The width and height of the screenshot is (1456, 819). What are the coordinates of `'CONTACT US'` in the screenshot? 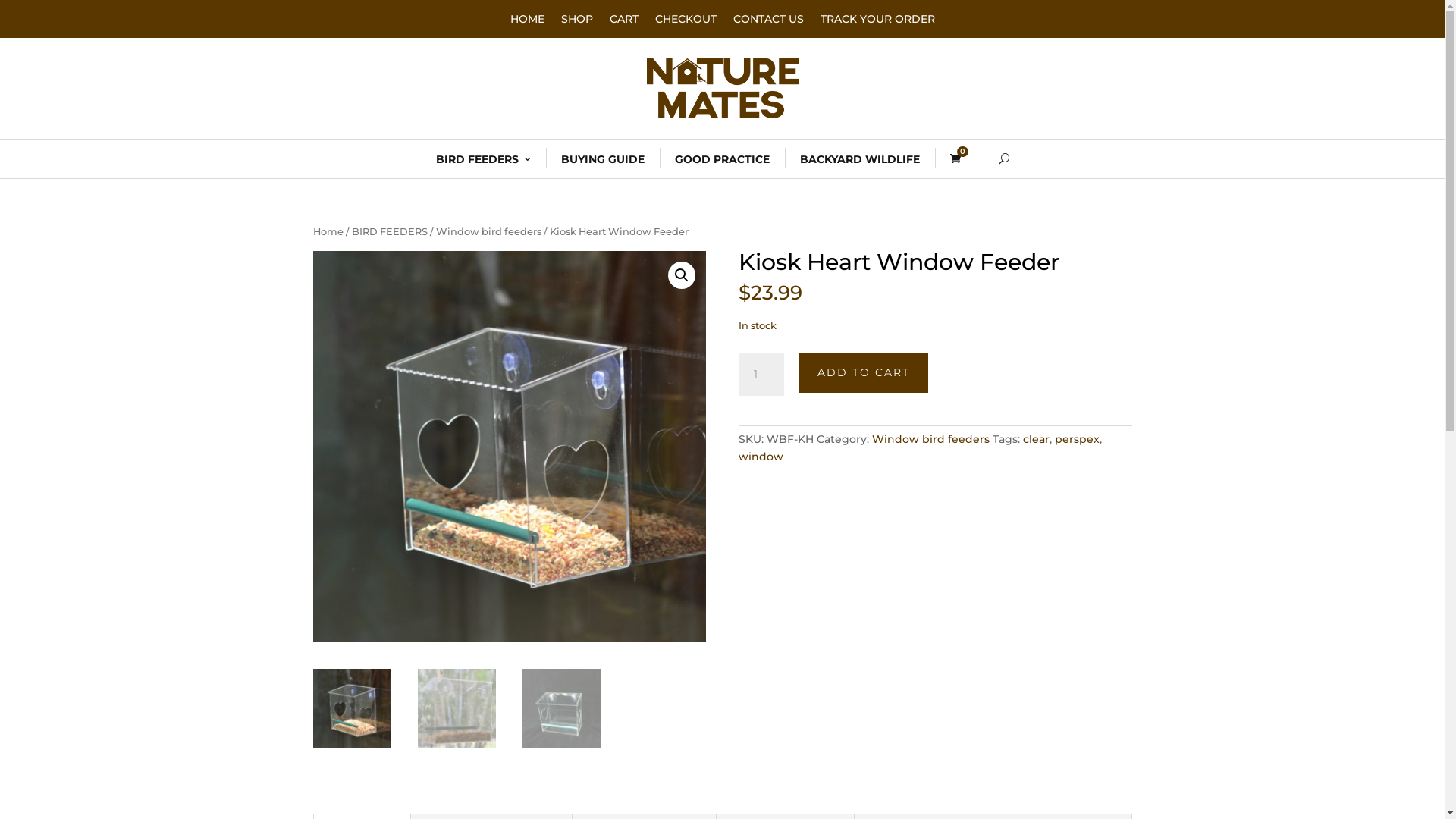 It's located at (767, 22).